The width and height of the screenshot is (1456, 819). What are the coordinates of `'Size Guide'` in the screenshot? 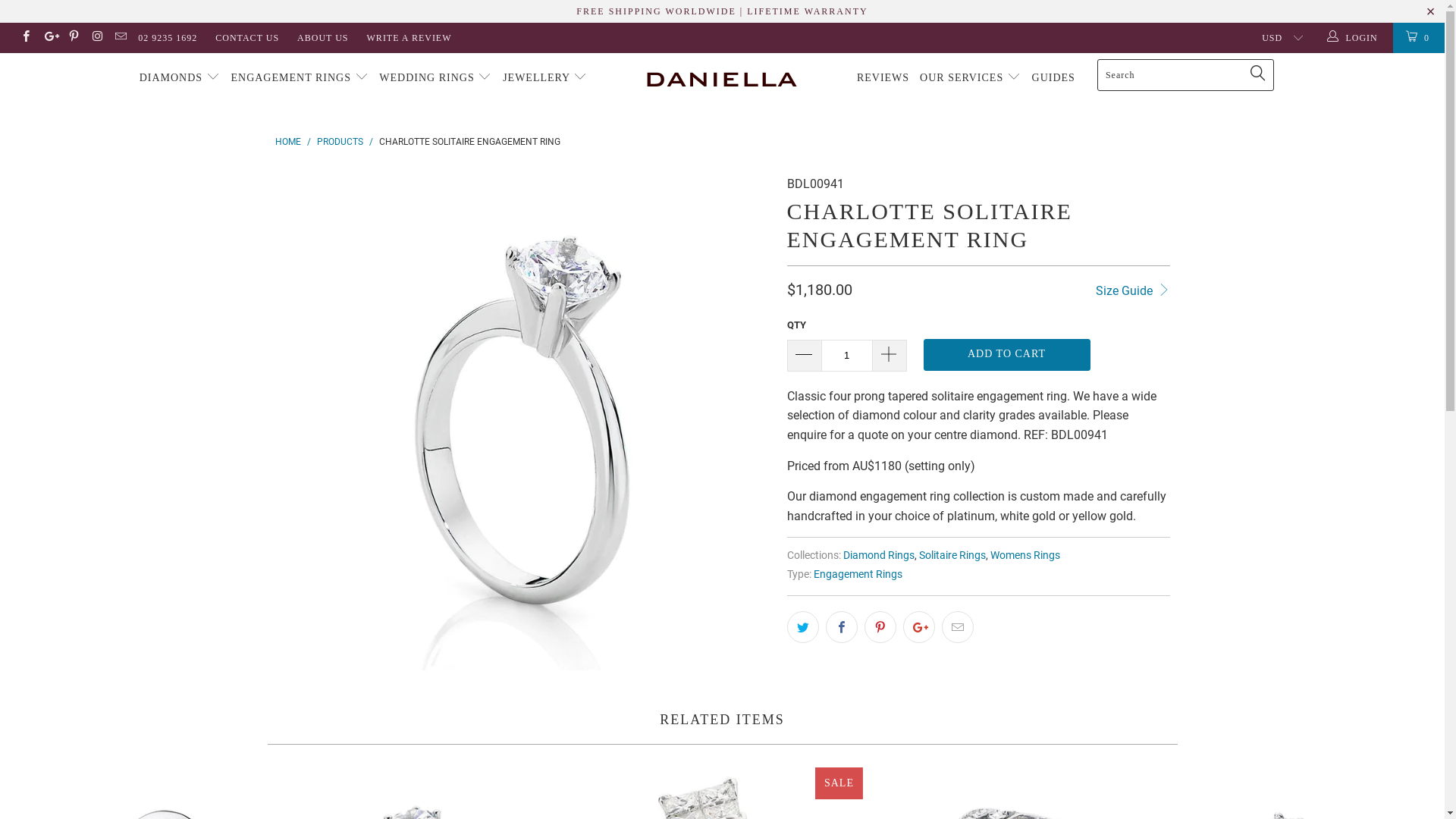 It's located at (1132, 289).